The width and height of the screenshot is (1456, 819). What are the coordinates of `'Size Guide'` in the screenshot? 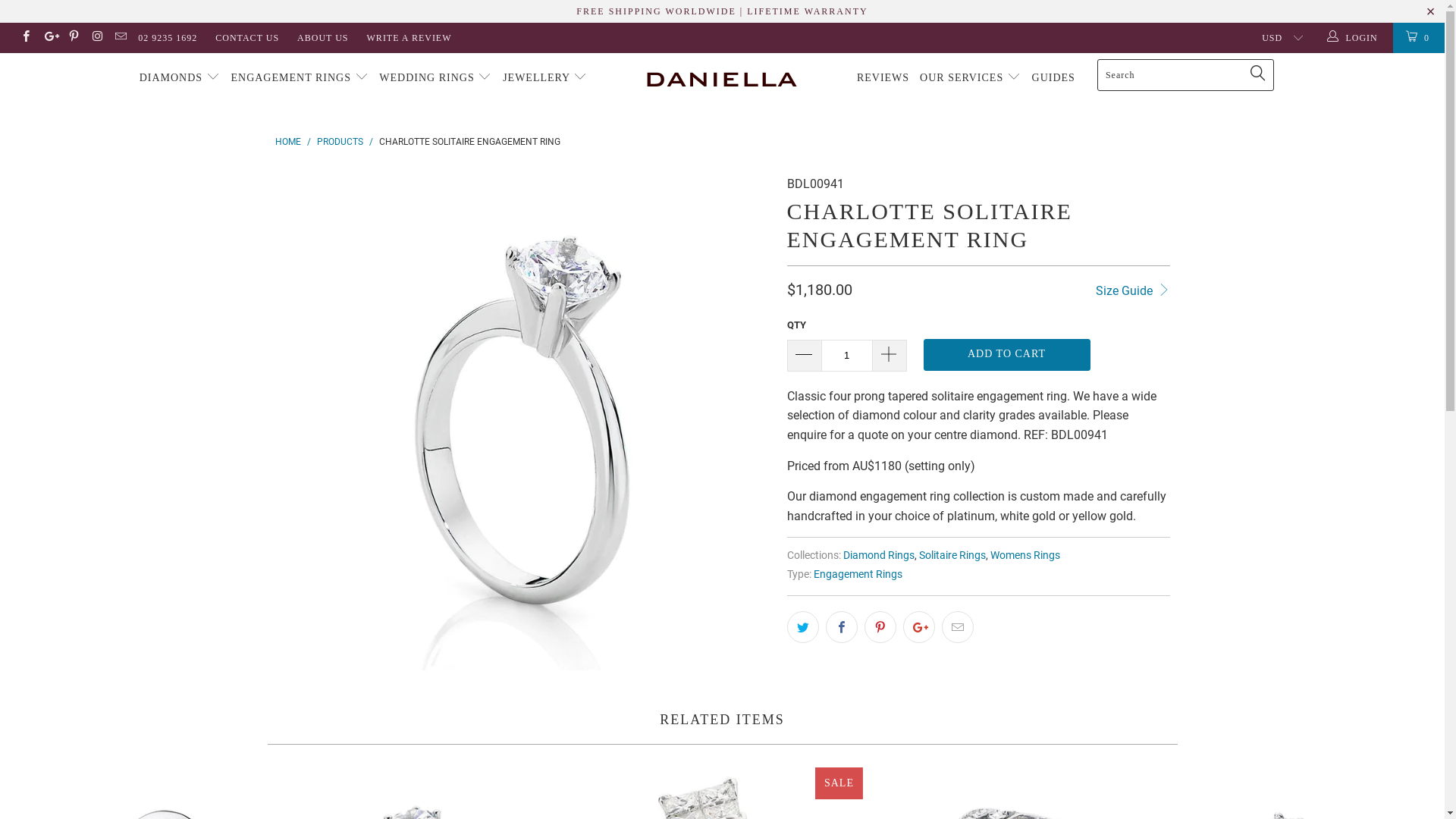 It's located at (1132, 289).